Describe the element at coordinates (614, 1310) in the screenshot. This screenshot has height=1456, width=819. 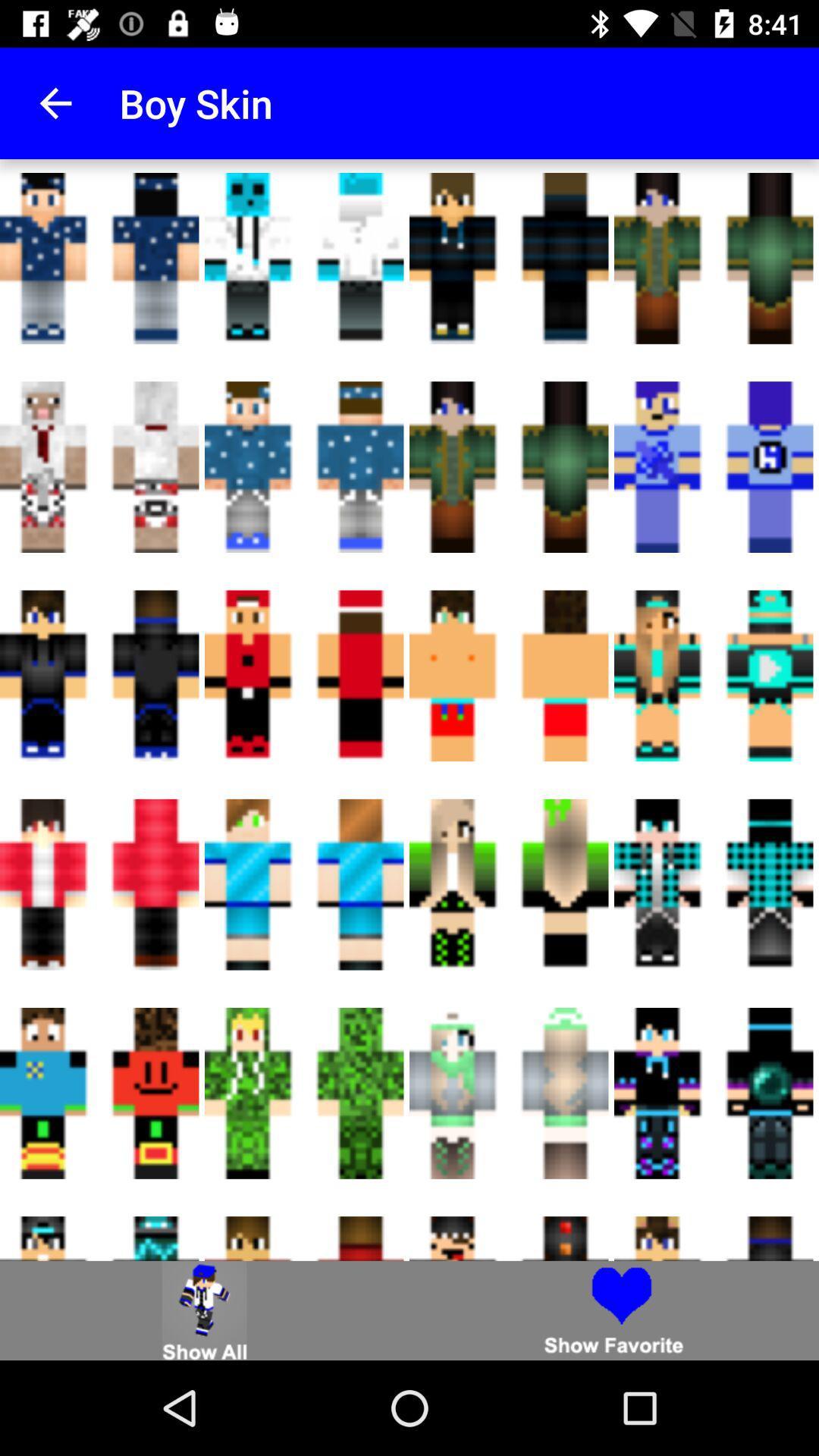
I see `show favorite skins` at that location.